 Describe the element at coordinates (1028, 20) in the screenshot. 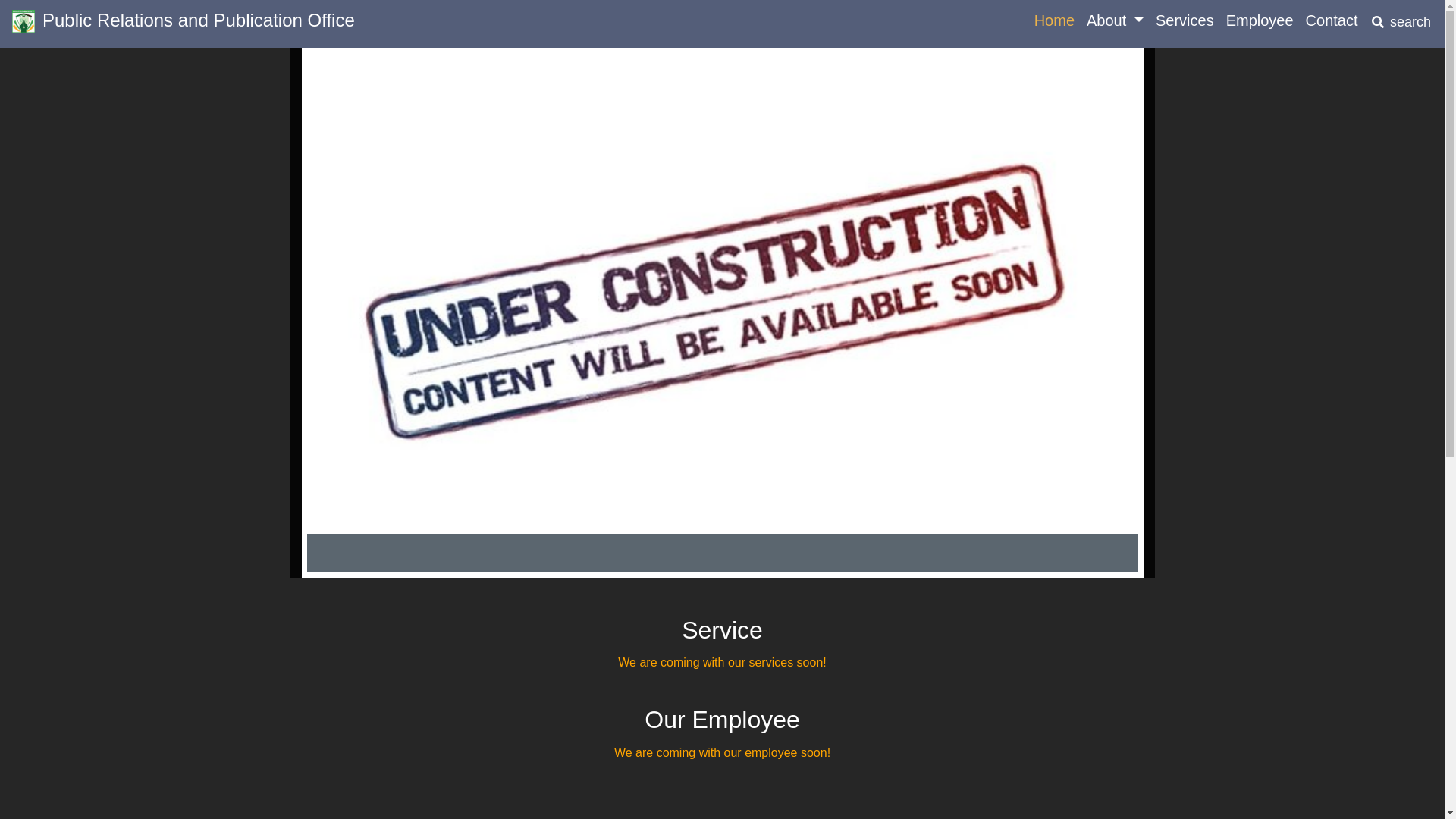

I see `'Home` at that location.